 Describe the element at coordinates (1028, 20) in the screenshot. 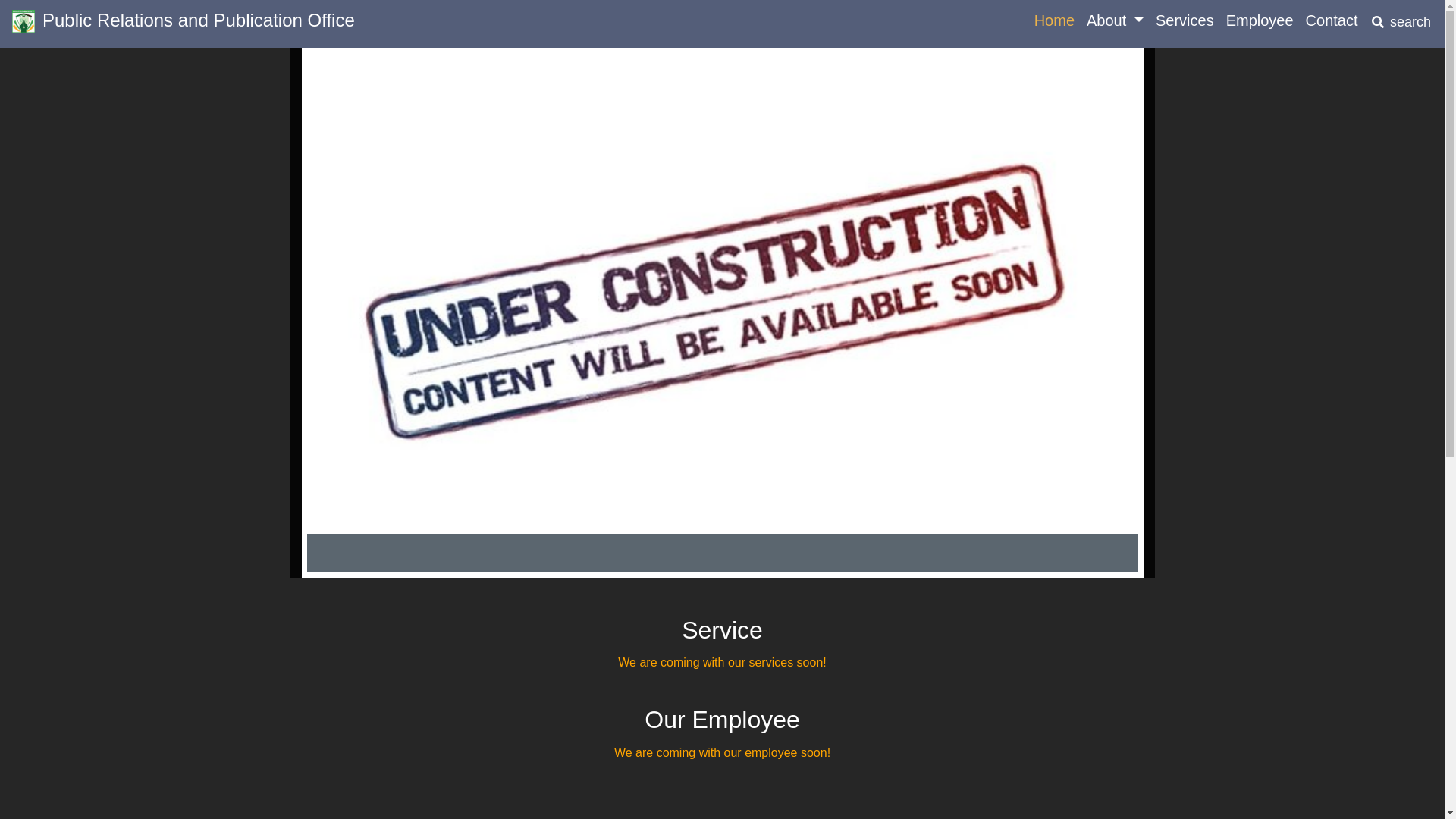

I see `'Home` at that location.